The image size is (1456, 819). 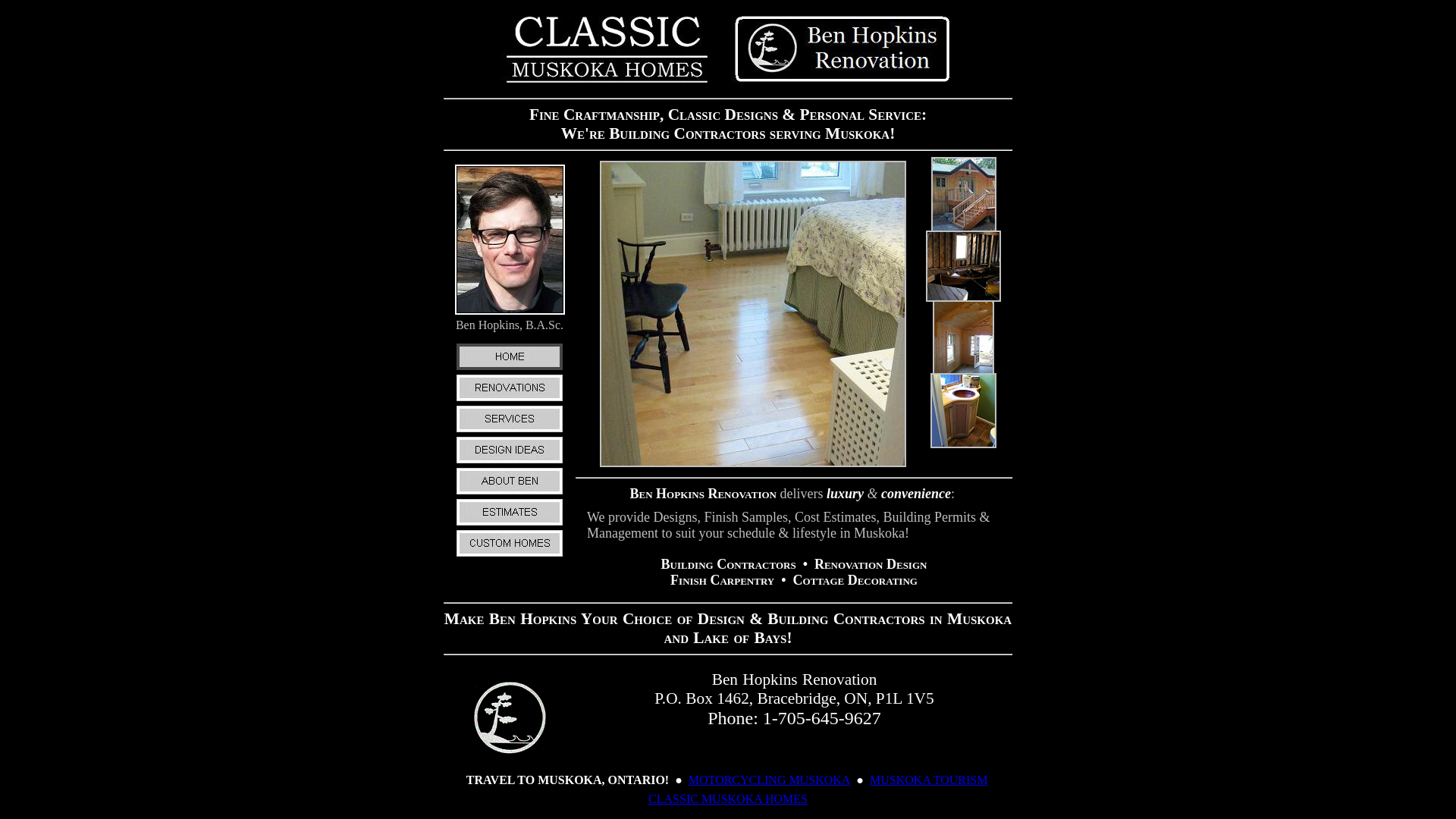 I want to click on 'MOTORCYCLING MUSKOKA', so click(x=769, y=780).